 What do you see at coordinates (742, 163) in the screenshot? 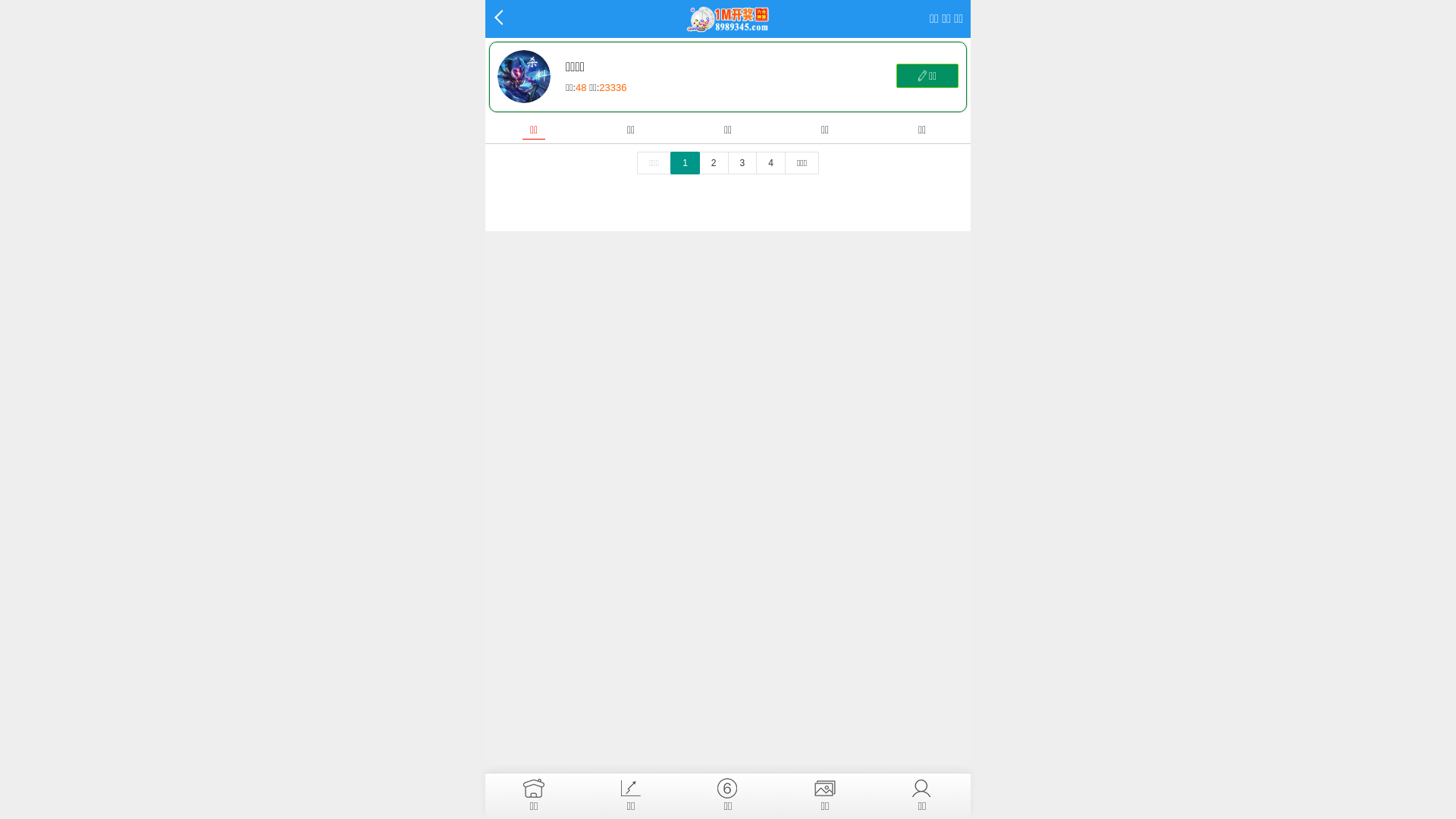
I see `'3'` at bounding box center [742, 163].